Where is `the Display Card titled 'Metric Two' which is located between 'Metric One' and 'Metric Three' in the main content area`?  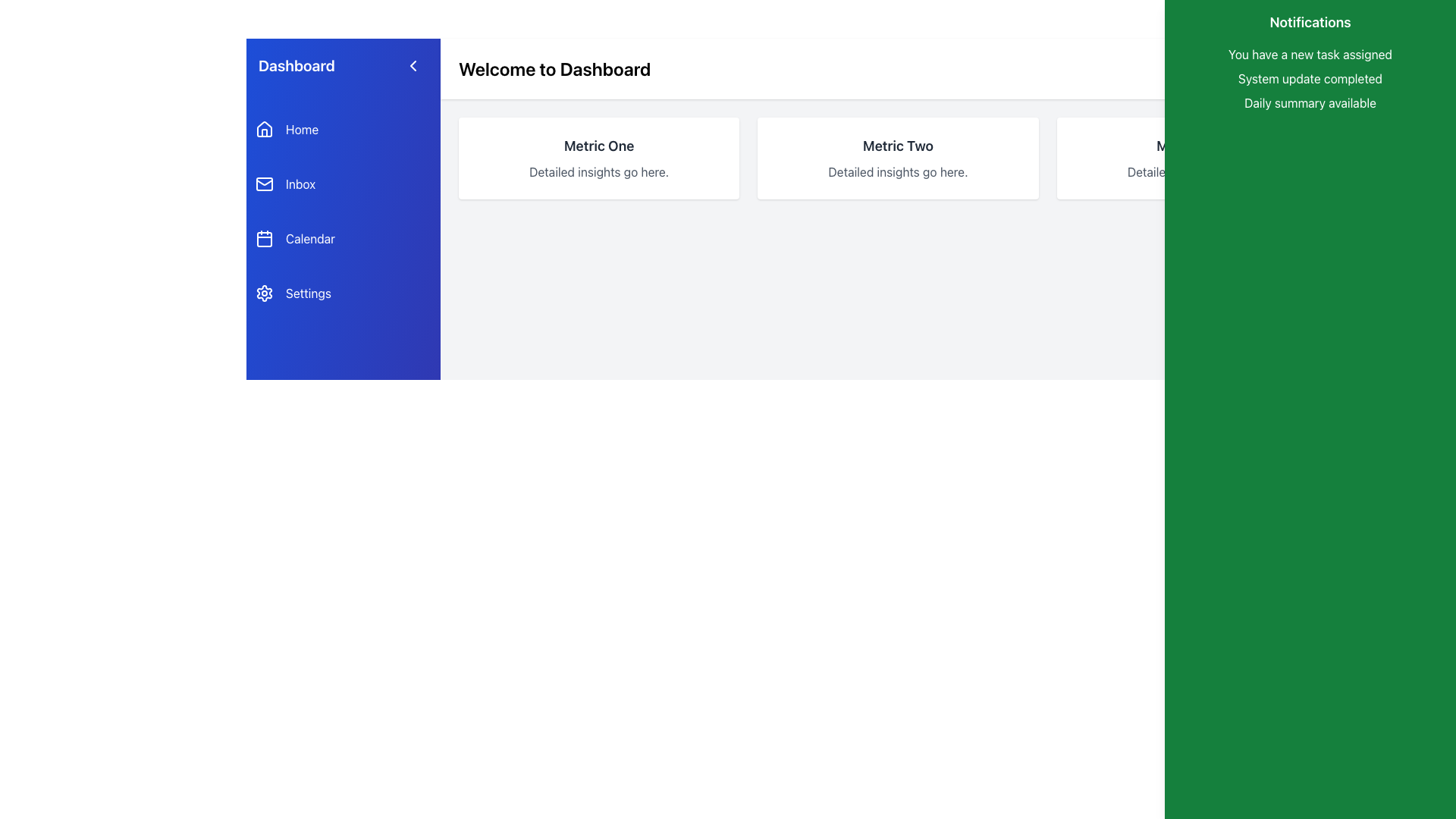
the Display Card titled 'Metric Two' which is located between 'Metric One' and 'Metric Three' in the main content area is located at coordinates (898, 158).